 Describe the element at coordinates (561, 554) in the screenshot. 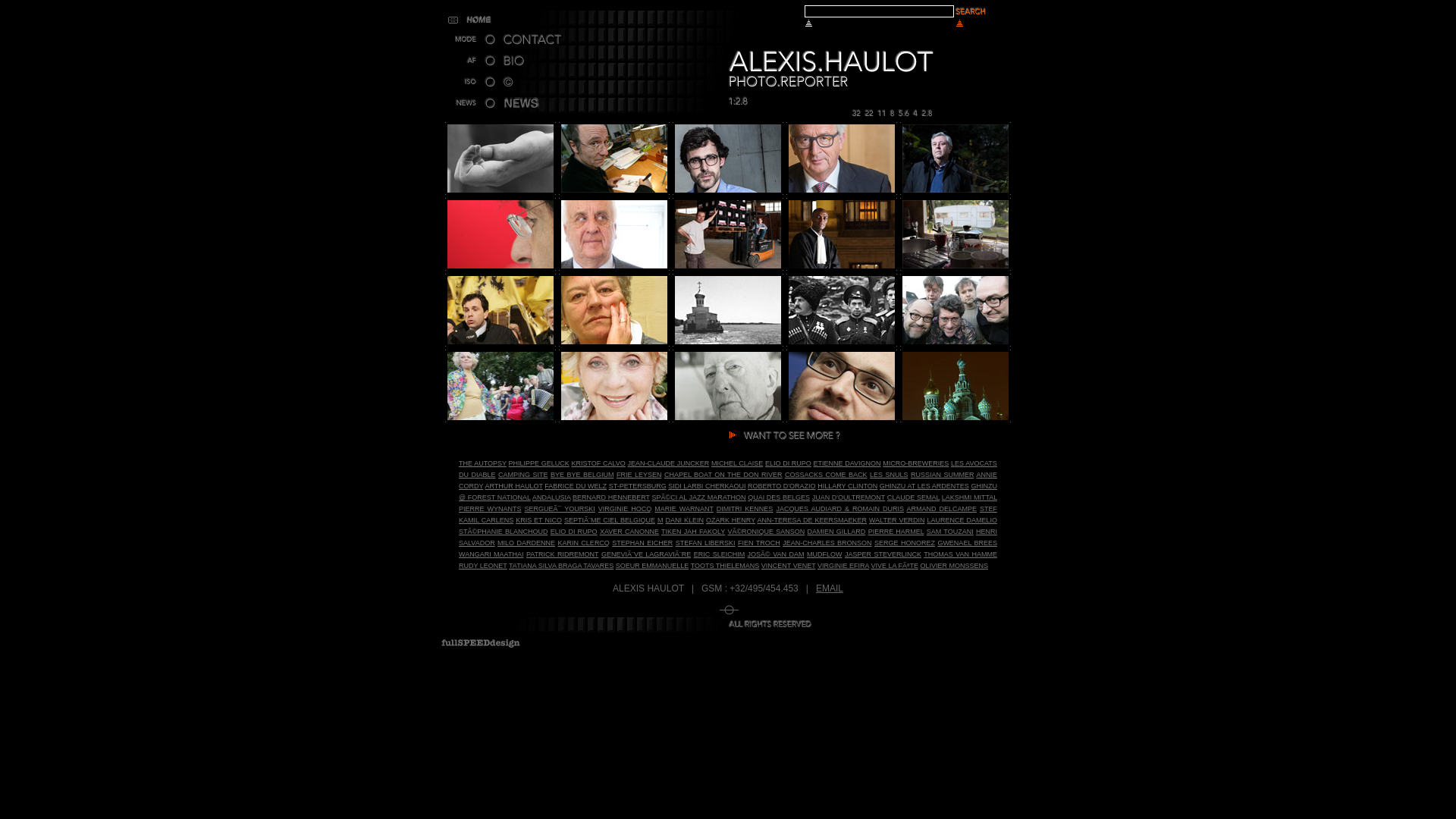

I see `'PATRICK RIDREMONT'` at that location.